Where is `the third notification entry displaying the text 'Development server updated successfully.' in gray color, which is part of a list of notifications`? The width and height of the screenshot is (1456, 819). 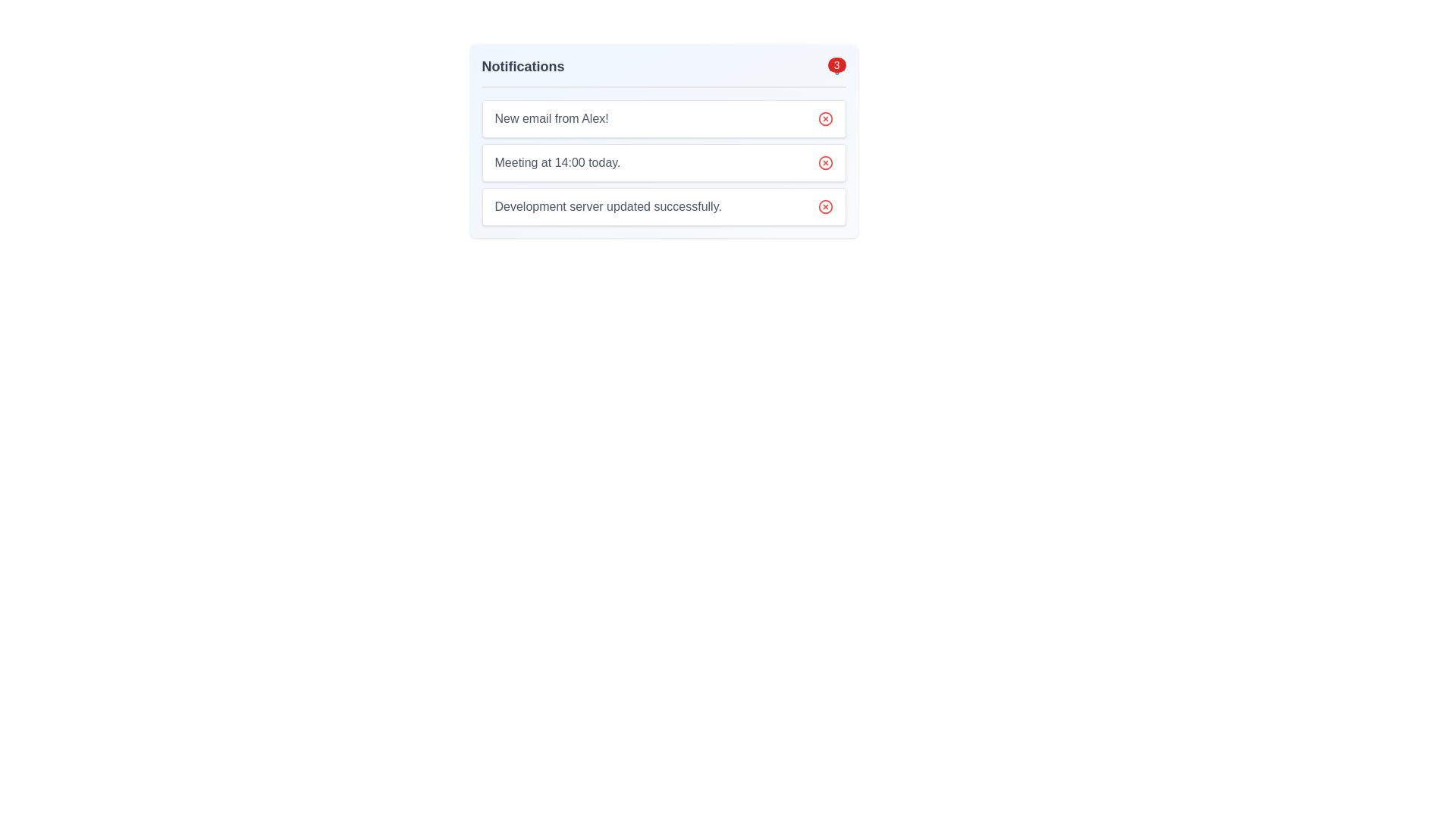
the third notification entry displaying the text 'Development server updated successfully.' in gray color, which is part of a list of notifications is located at coordinates (608, 207).